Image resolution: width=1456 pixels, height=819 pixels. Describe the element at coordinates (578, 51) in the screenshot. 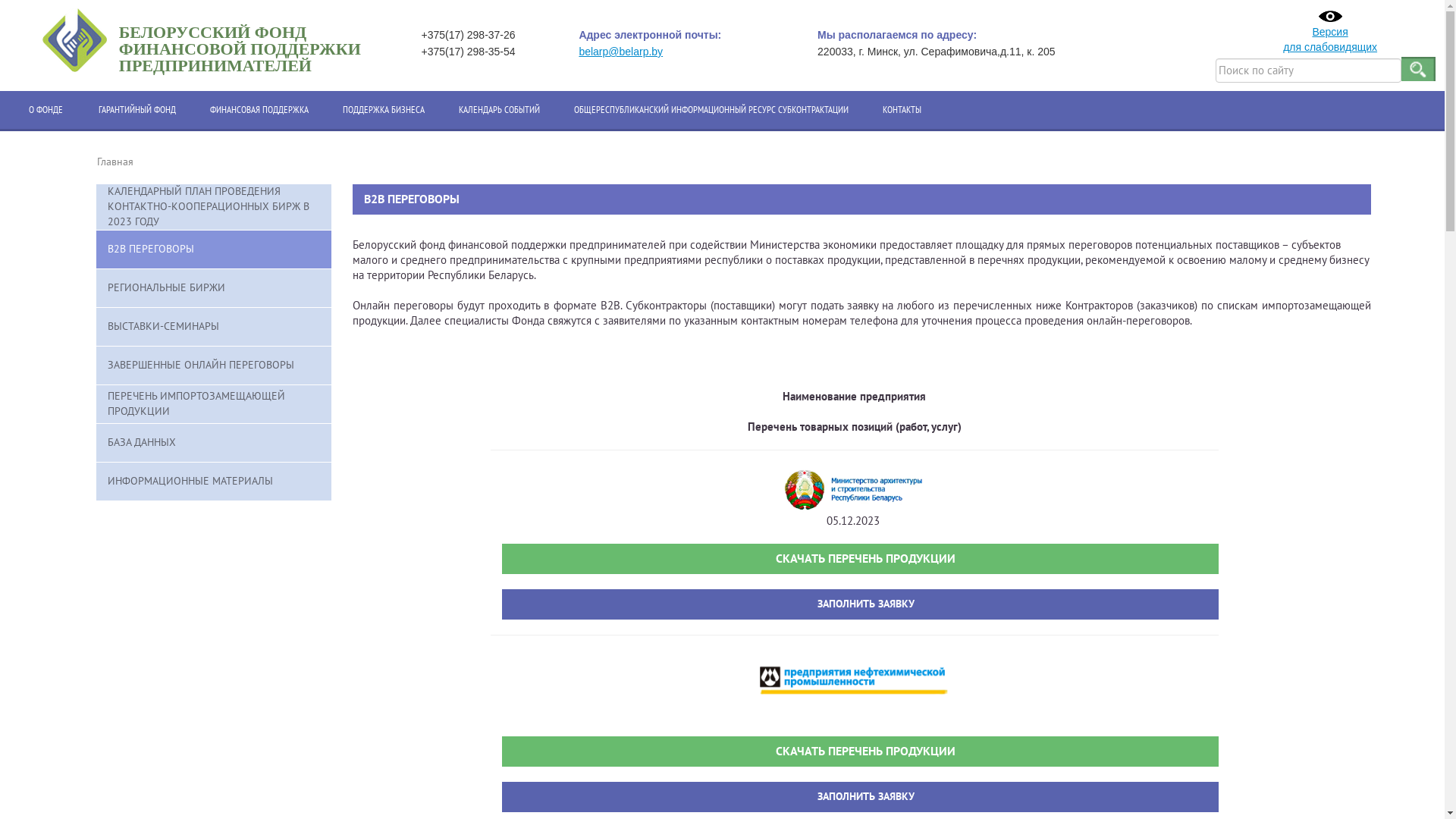

I see `'belarp@belarp.by'` at that location.